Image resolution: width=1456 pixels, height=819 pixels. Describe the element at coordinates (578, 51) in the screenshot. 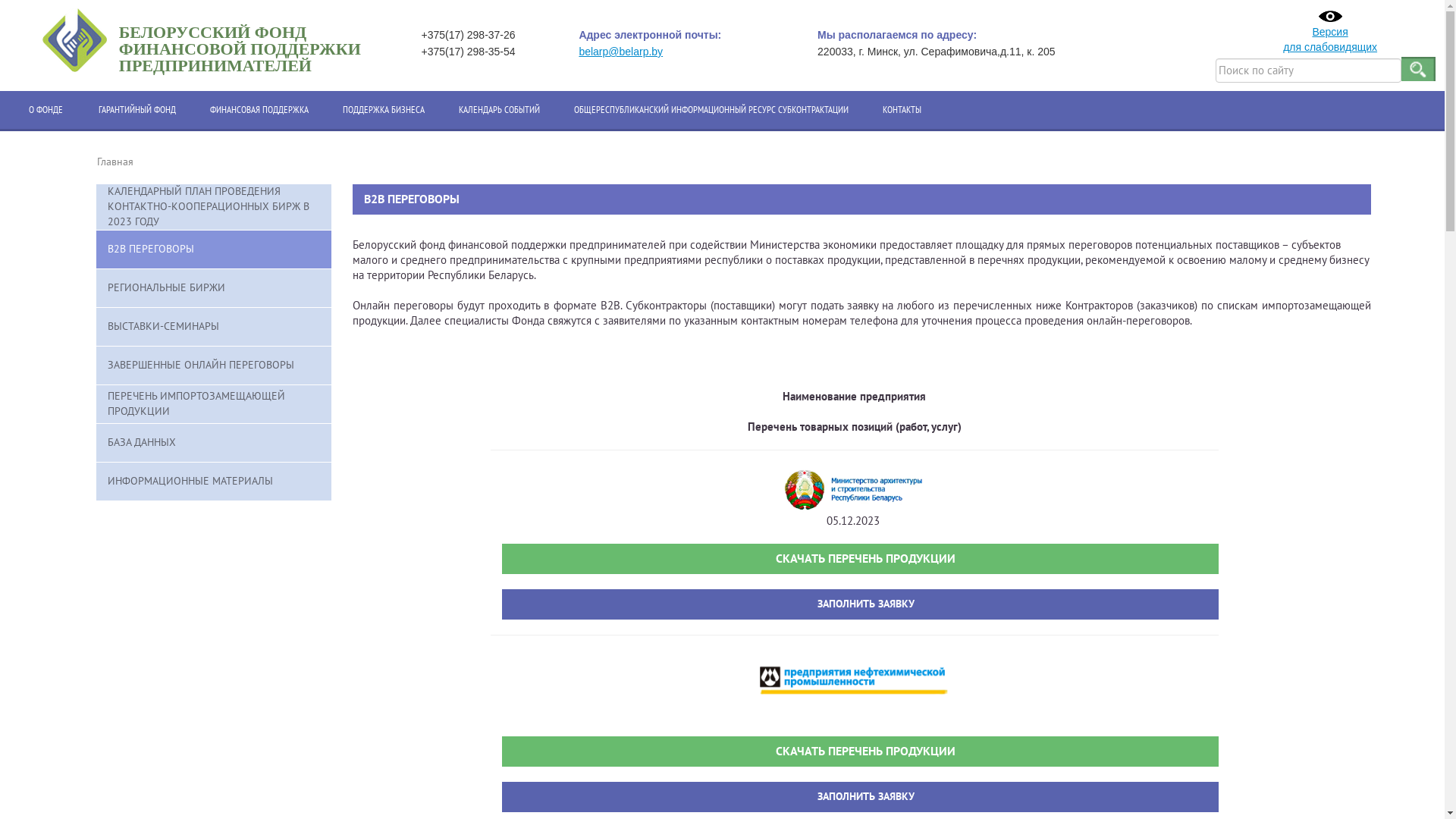

I see `'belarp@belarp.by'` at that location.